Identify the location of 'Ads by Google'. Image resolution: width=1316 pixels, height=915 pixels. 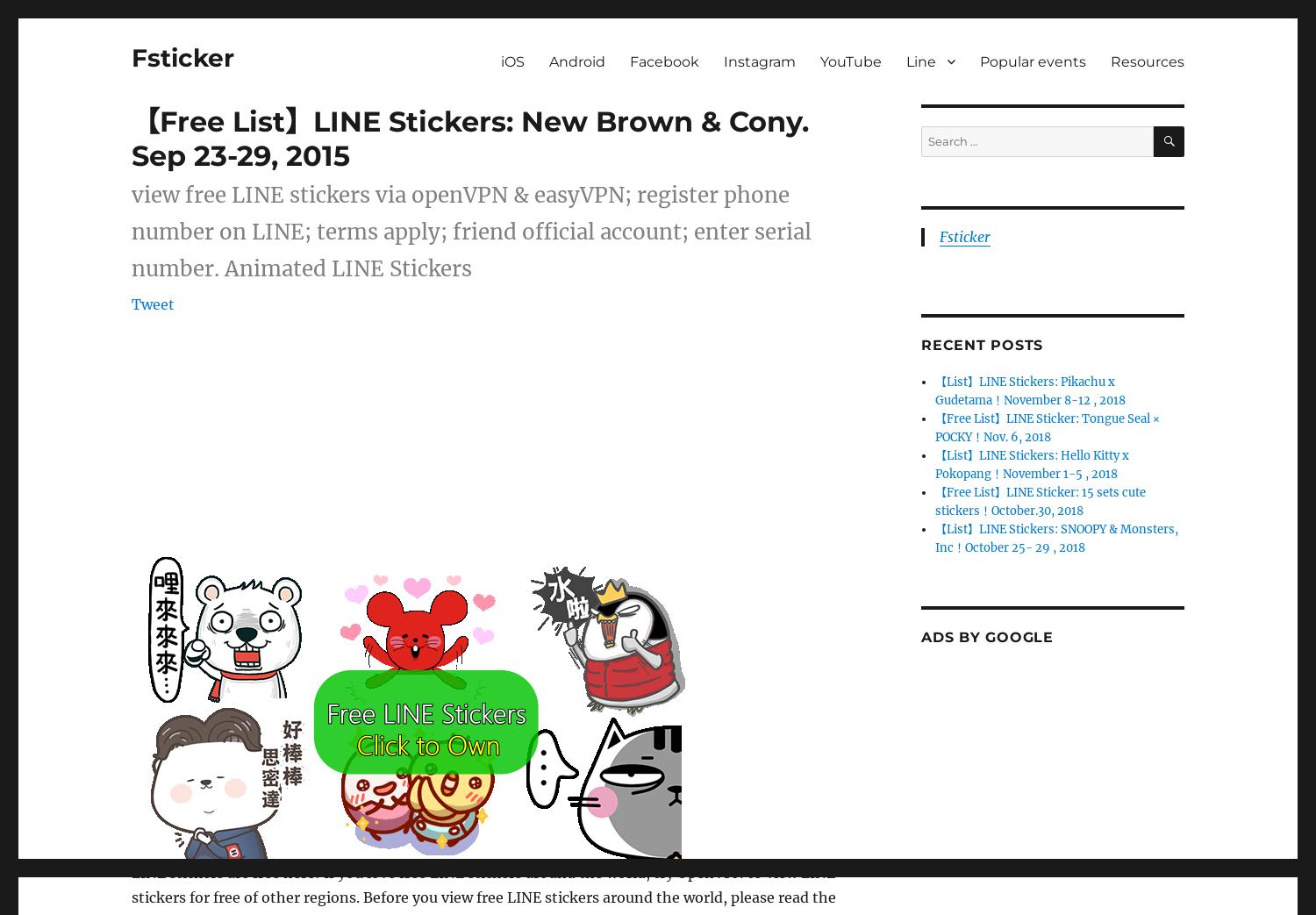
(987, 637).